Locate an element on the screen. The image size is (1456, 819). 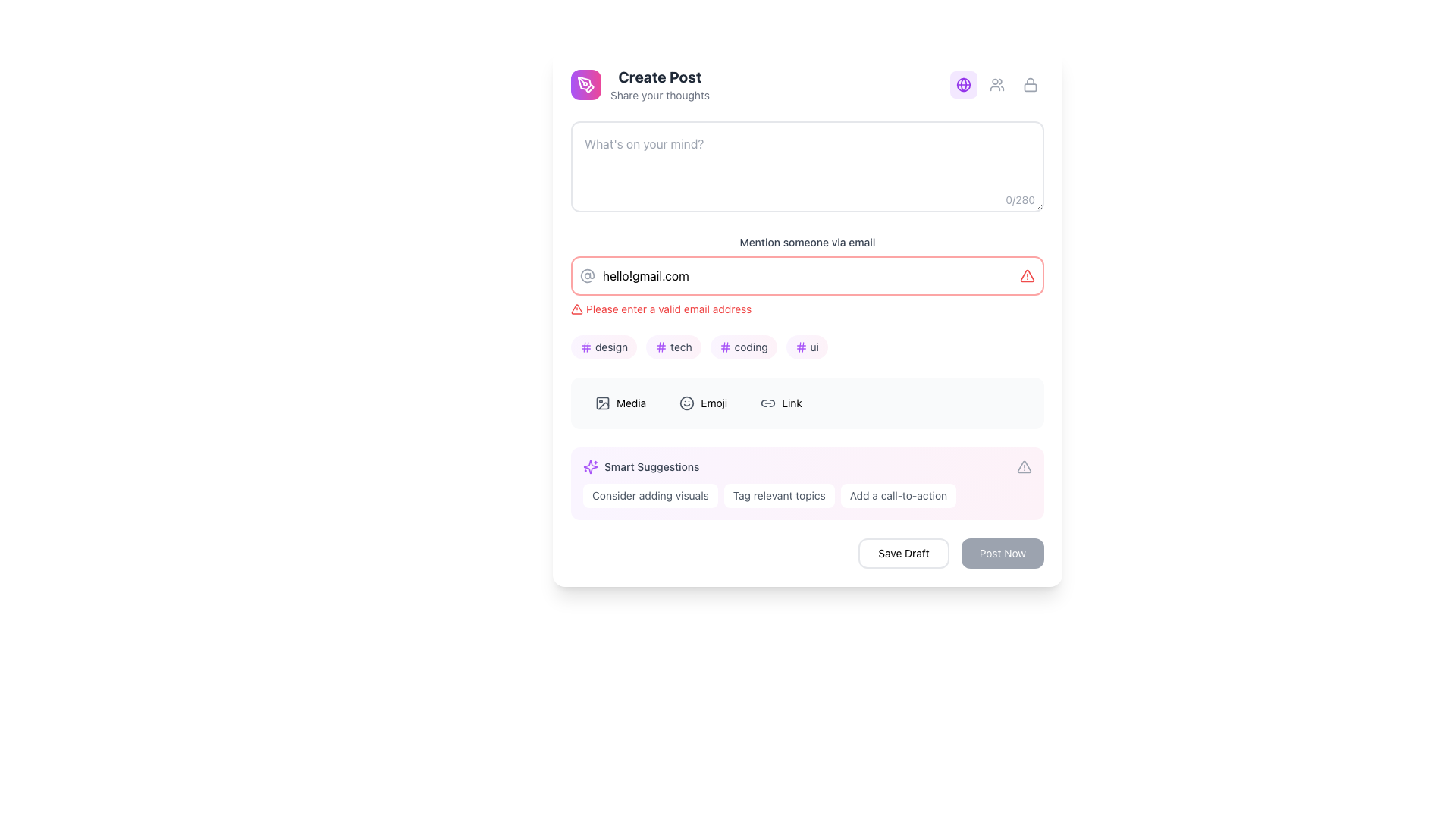
the rightmost button in the 'Smart Suggestions' section is located at coordinates (899, 496).